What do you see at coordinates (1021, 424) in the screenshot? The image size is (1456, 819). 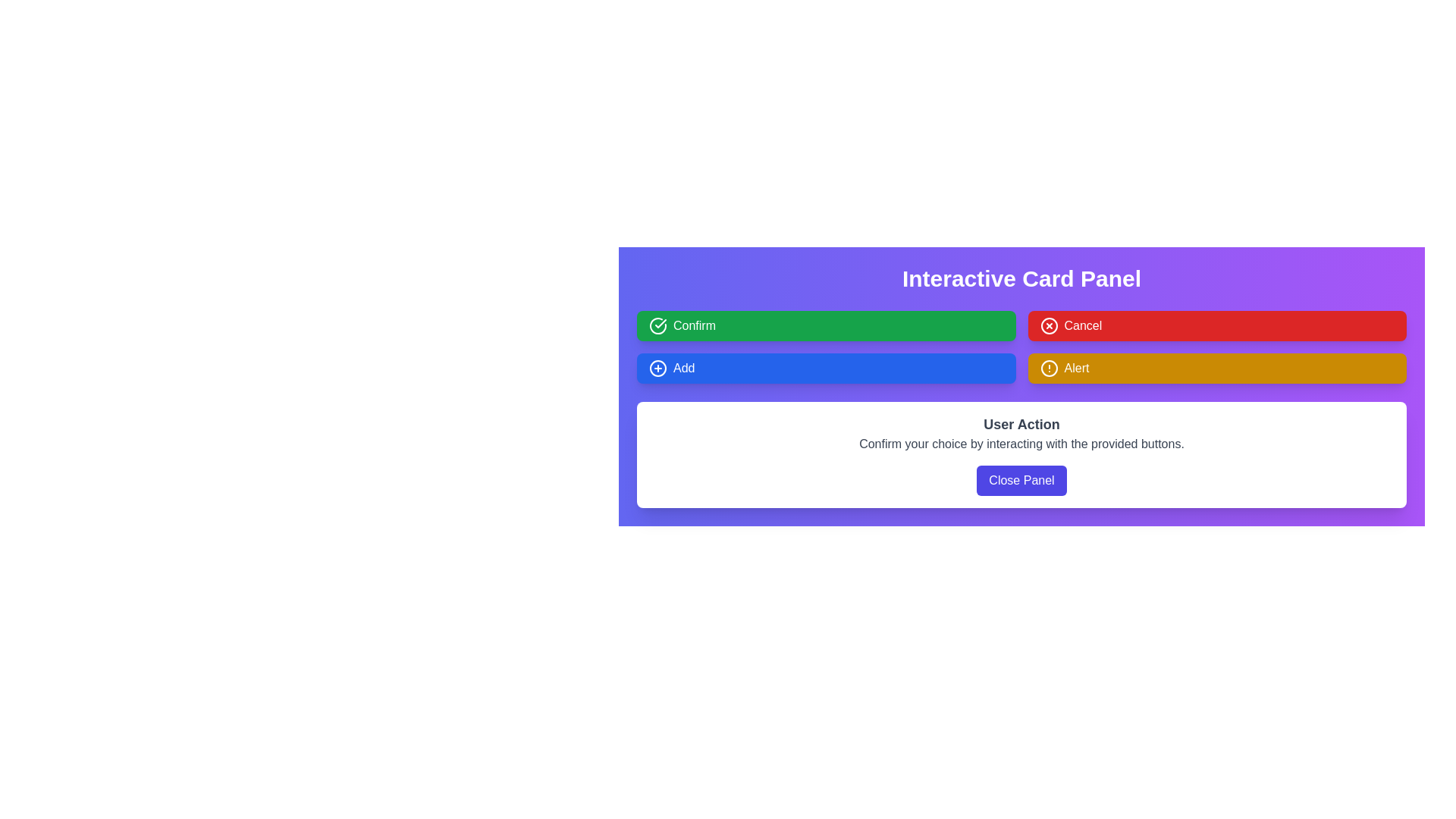 I see `text element labeled 'User Action' which is styled with a bold font, located within a white card panel on a purple background, positioned above the text 'Confirm your choice by interacting with the provided buttons'` at bounding box center [1021, 424].